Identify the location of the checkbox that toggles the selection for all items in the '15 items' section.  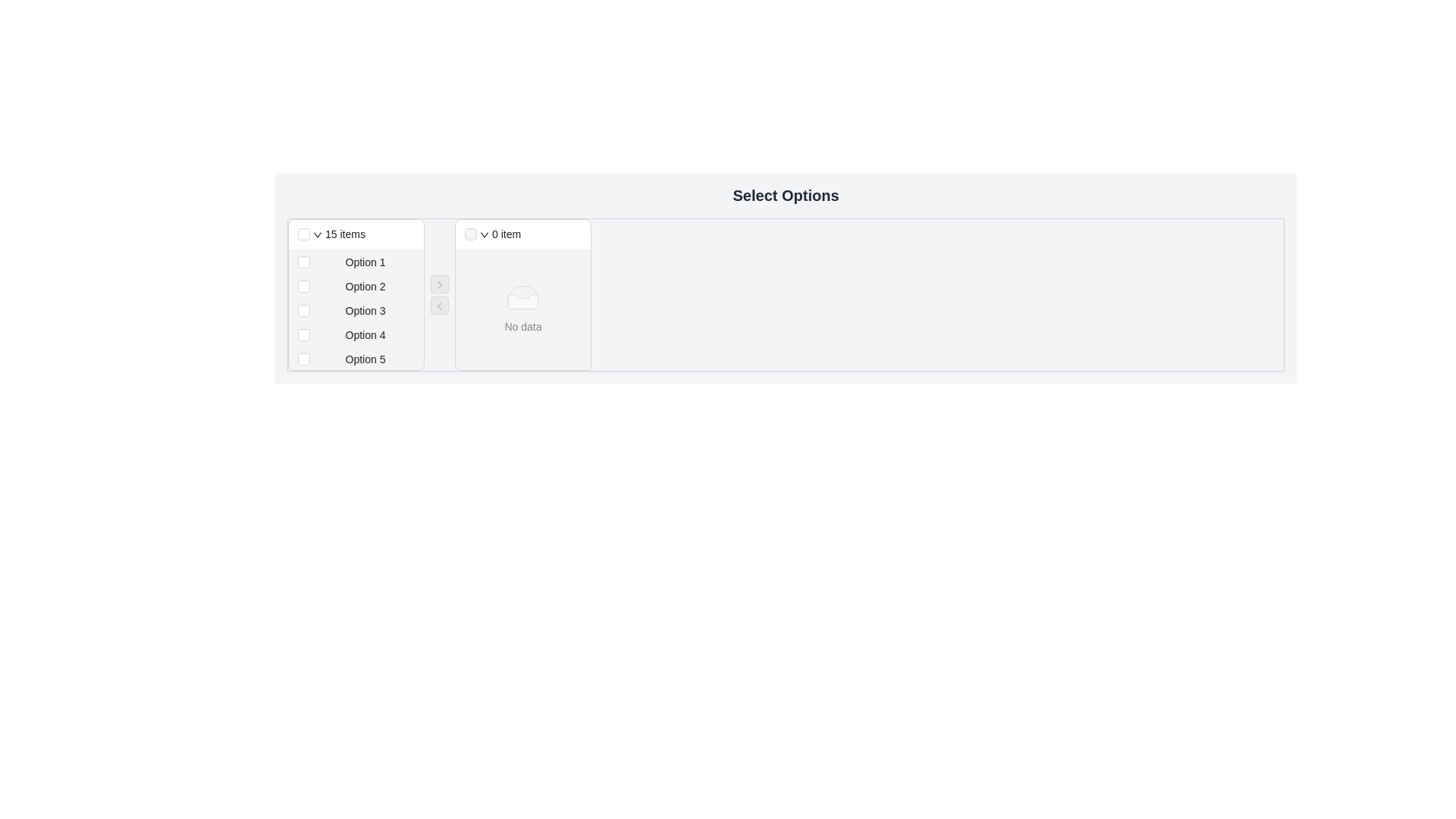
(303, 234).